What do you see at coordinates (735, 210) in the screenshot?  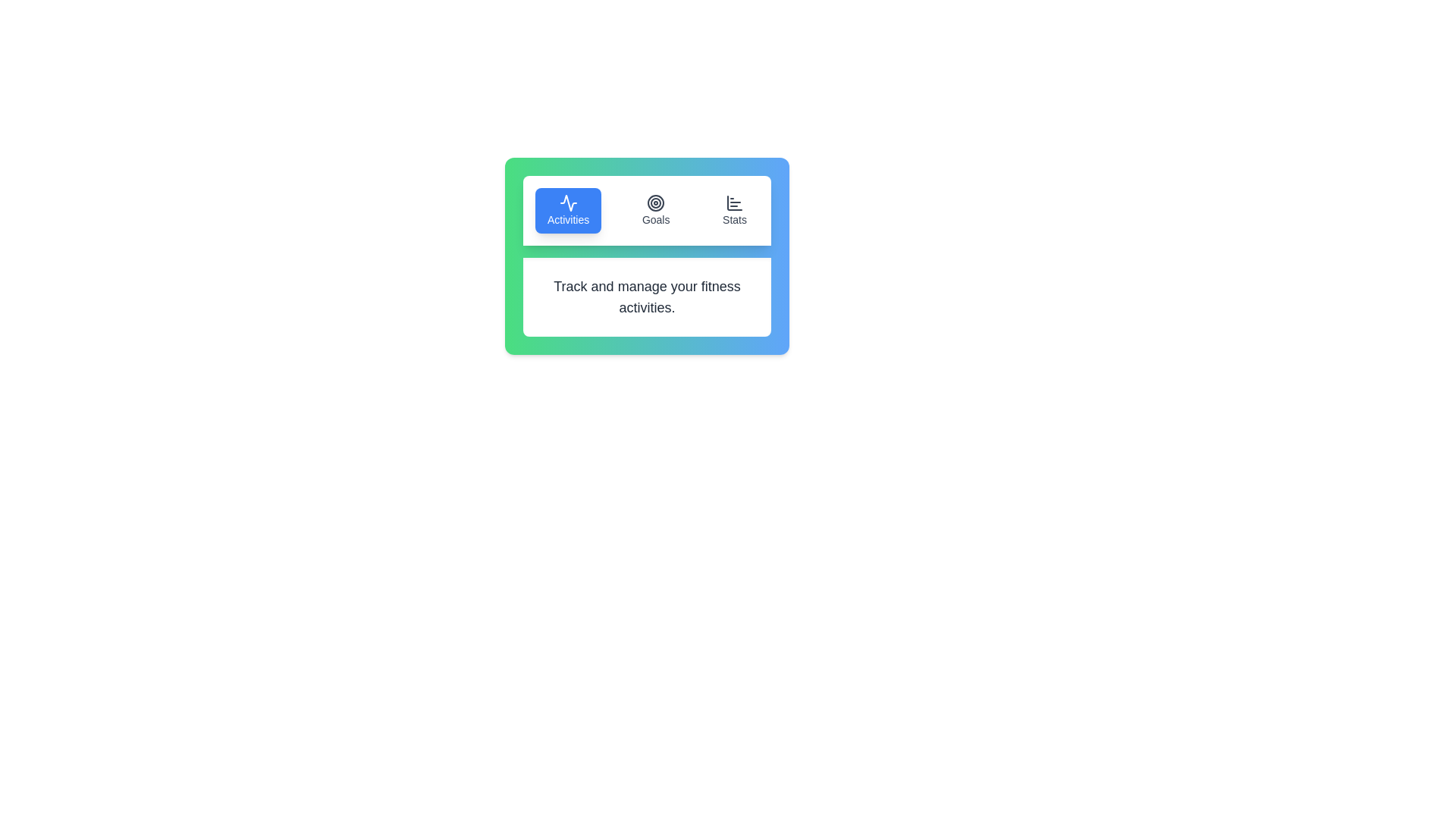 I see `the tab labeled Stats to observe its visual feedback` at bounding box center [735, 210].